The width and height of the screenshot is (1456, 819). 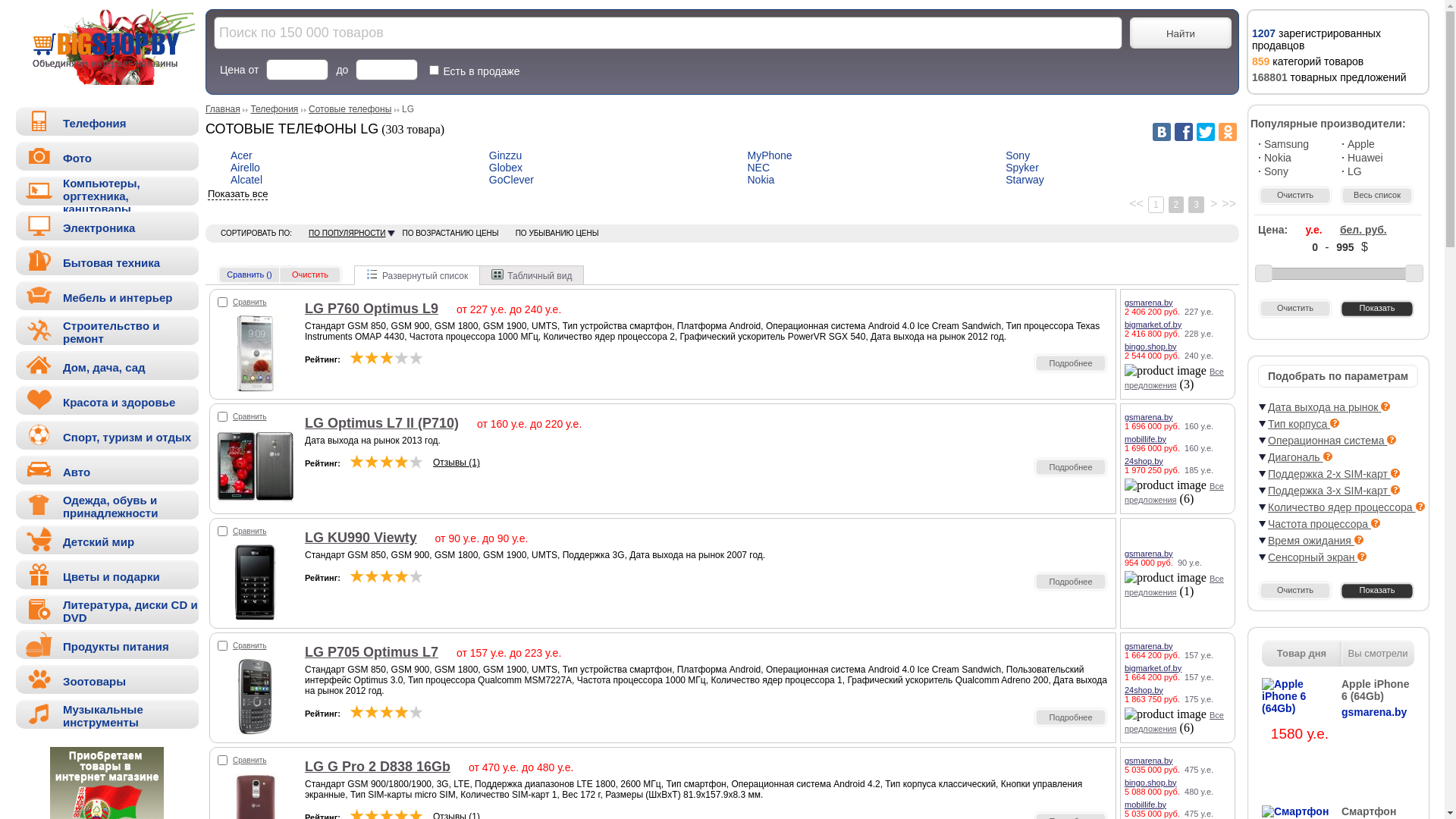 I want to click on 'Samsung', so click(x=1294, y=143).